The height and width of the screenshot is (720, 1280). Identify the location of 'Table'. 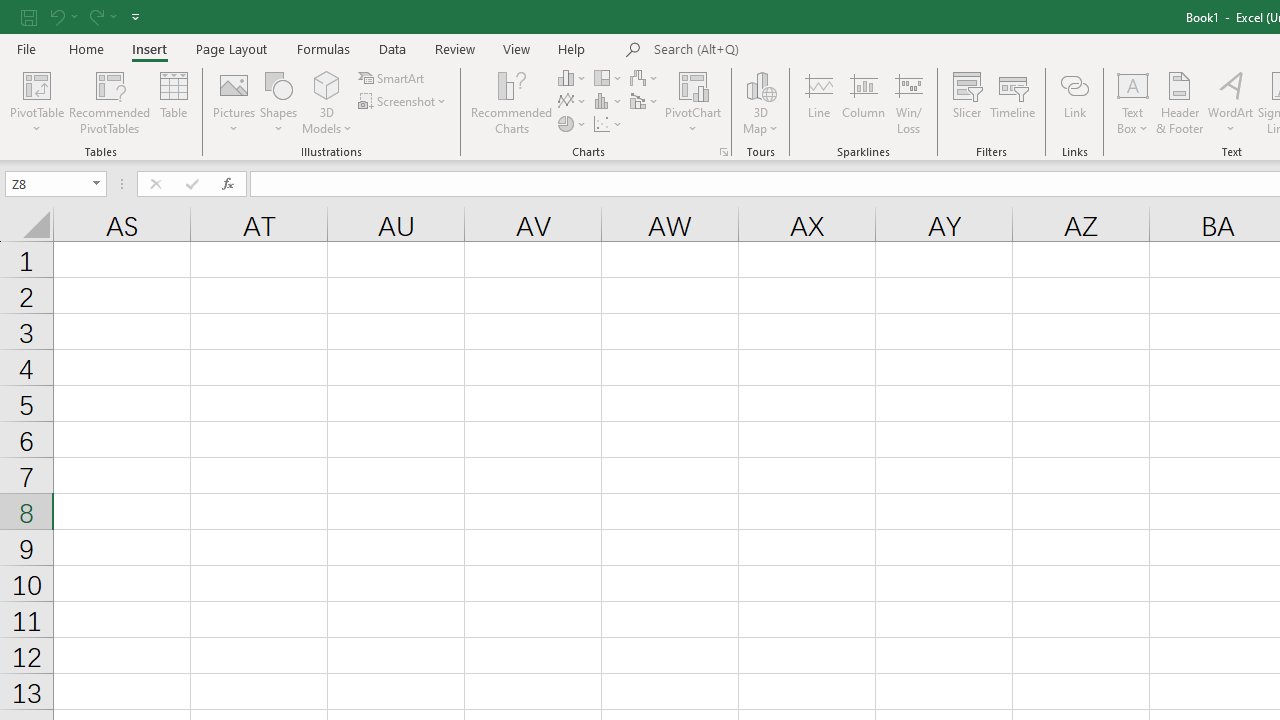
(174, 103).